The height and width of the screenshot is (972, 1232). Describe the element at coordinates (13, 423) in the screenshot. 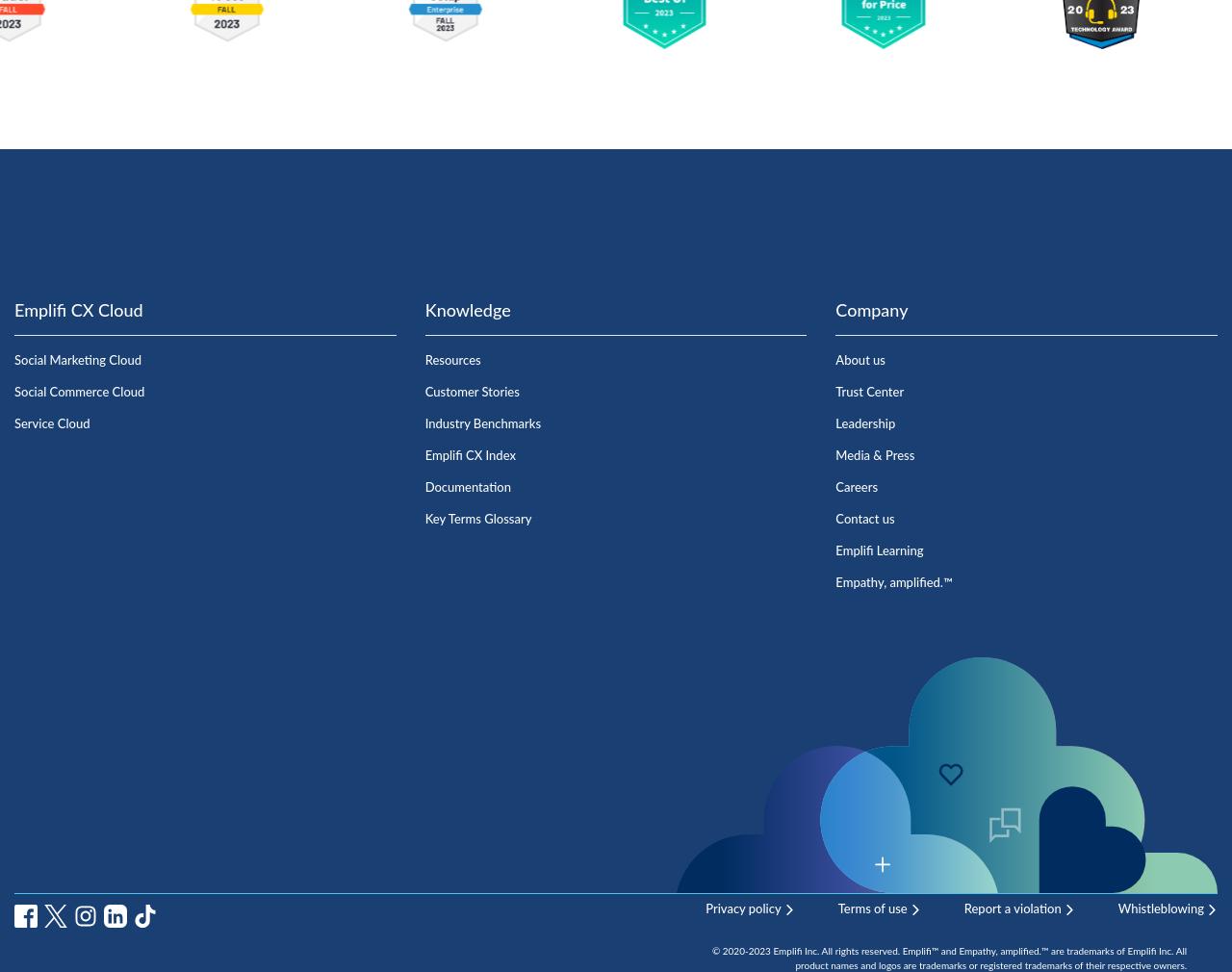

I see `'Service Cloud'` at that location.